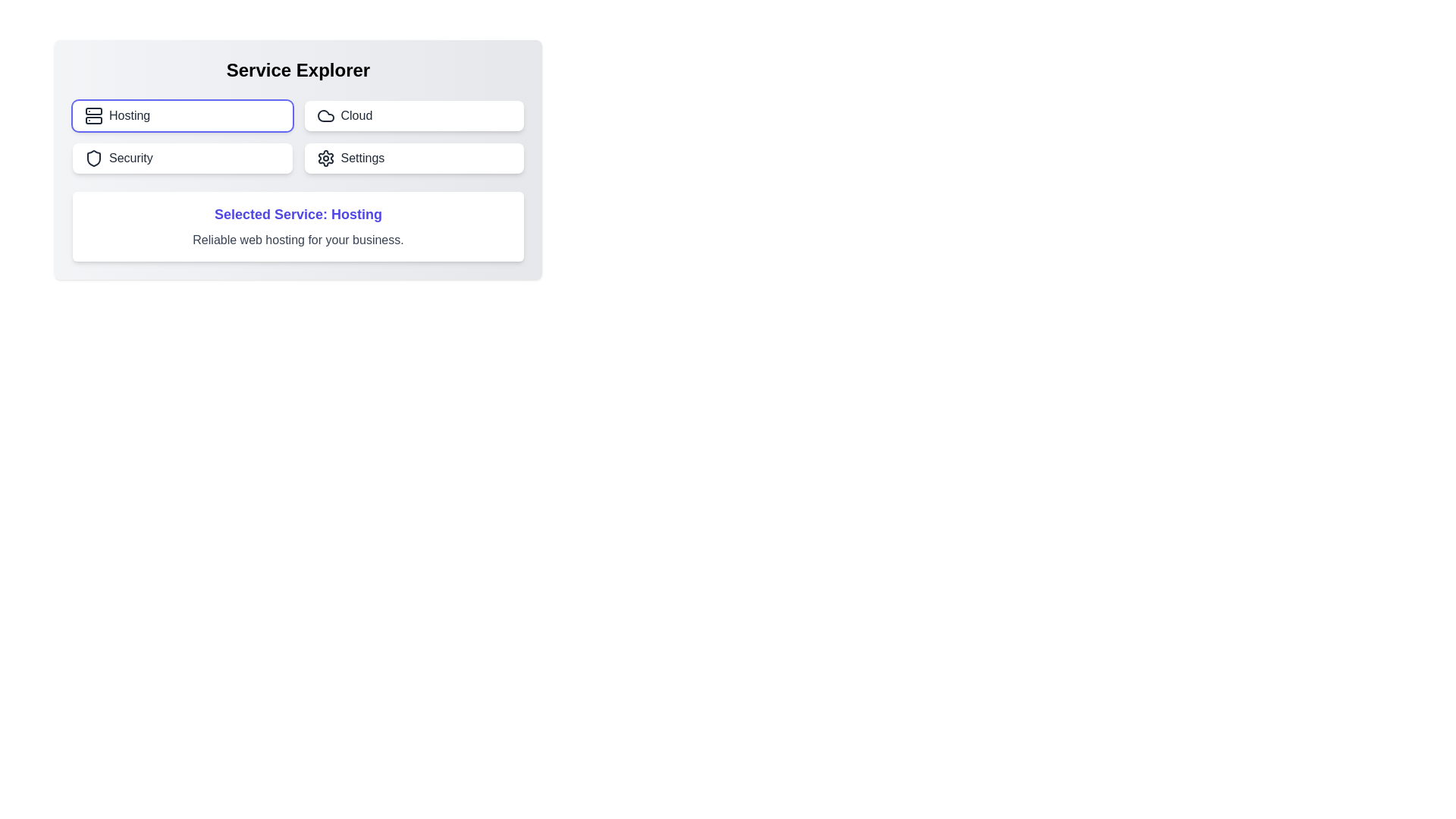  I want to click on the Text Display element that shows the currently selected service 'Hosting' for visual confirmation of the selection, so click(298, 214).